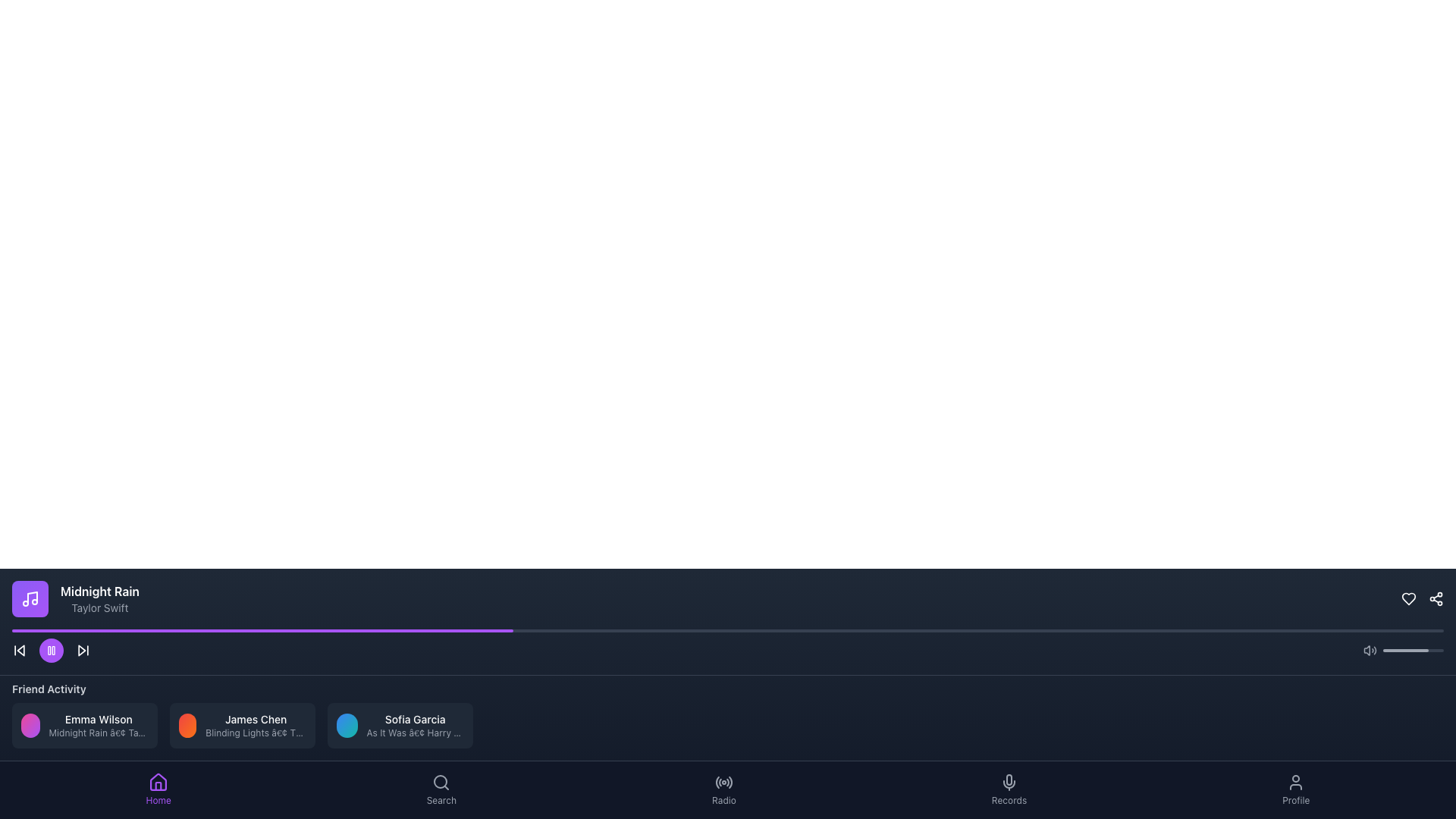 The image size is (1456, 819). Describe the element at coordinates (1295, 800) in the screenshot. I see `the 'Profile' label, which identifies the corresponding section of the application, located at the bottom-right corner below the user icon` at that location.